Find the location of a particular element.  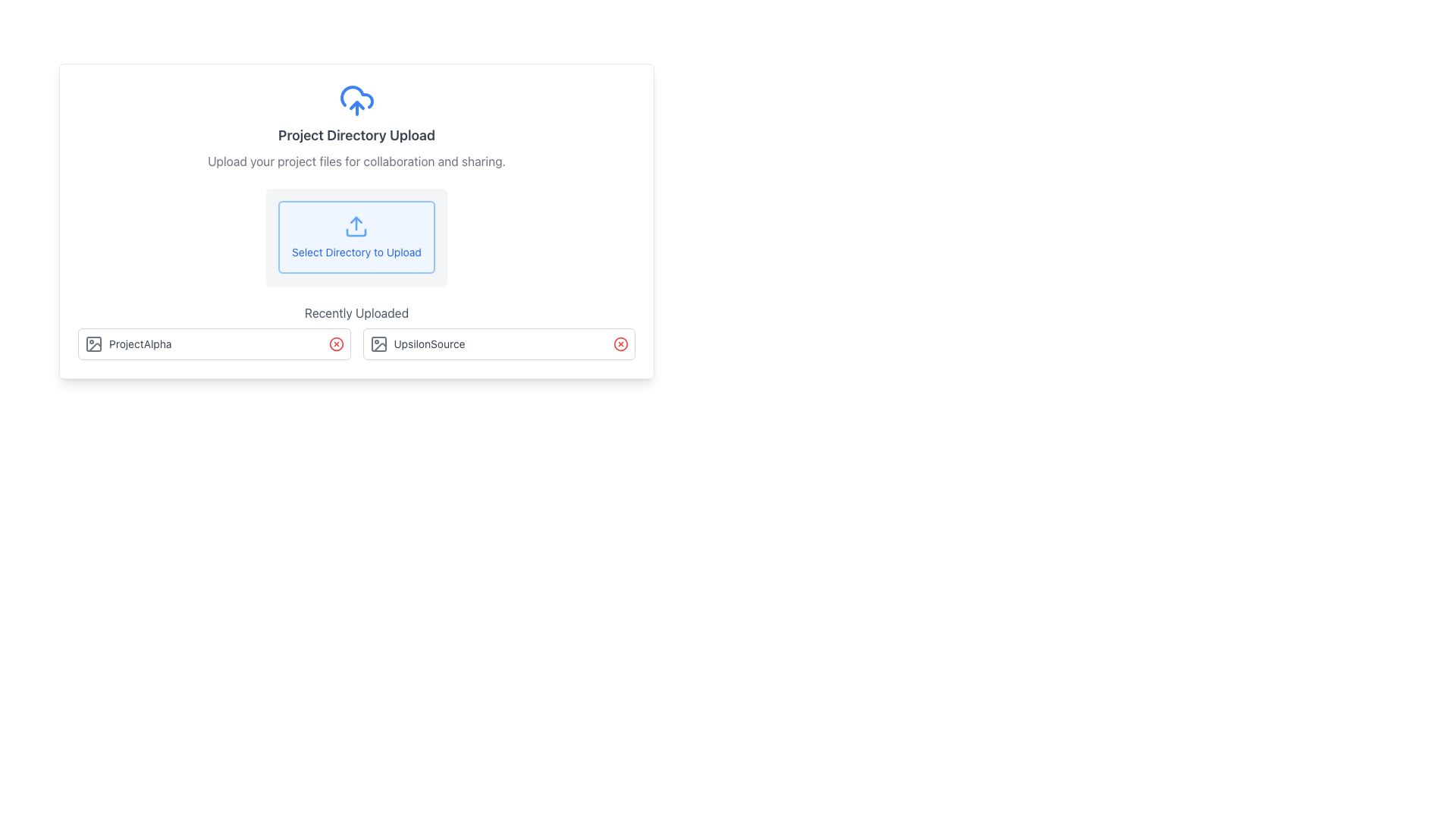

informational text that says 'Upload your project files for collaboration and sharing.' located just below the section title 'Project Directory Upload' and above the 'Select Directory to Upload' button is located at coordinates (356, 161).